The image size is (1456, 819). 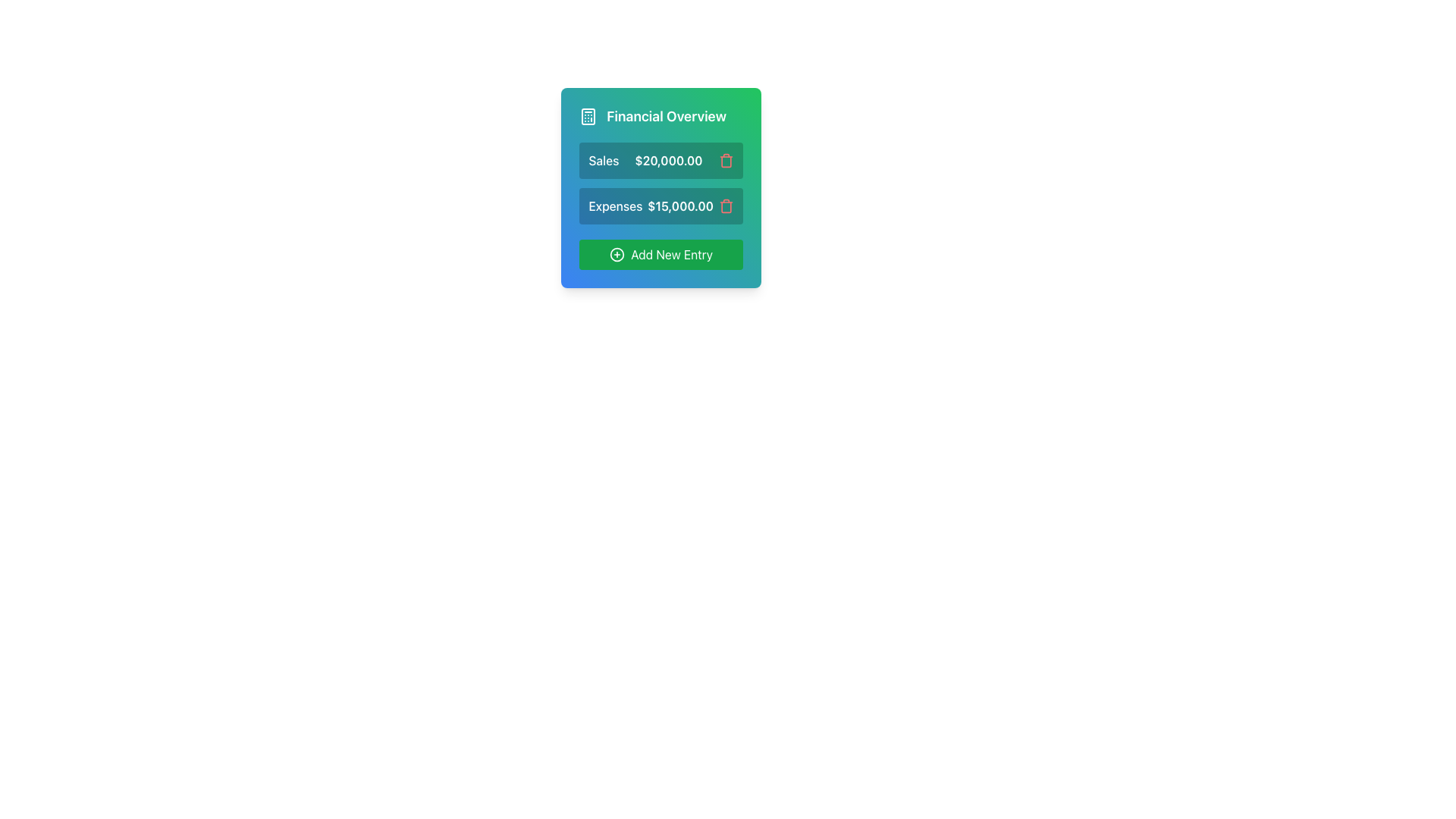 I want to click on the calculator icon located to the left of the 'Financial Overview' text label in the 'Financial Overview' header section, so click(x=588, y=116).